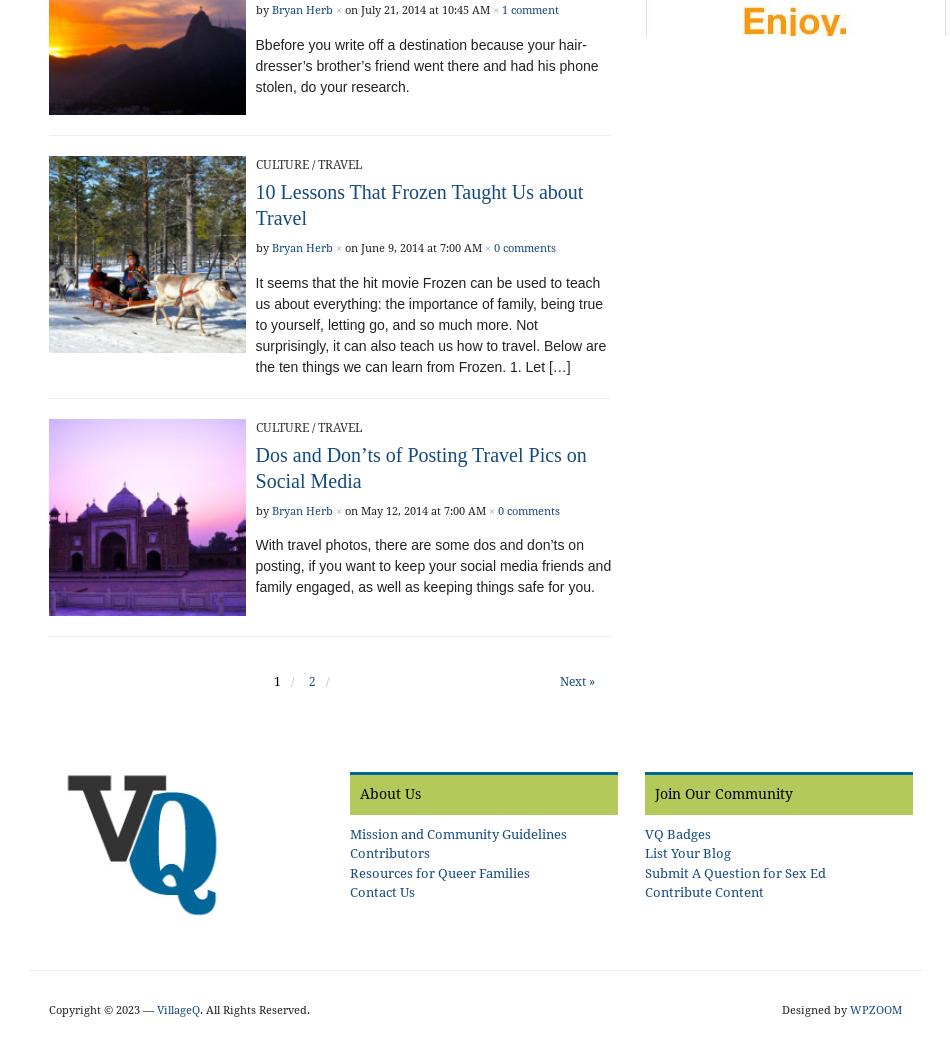 The image size is (950, 1053). I want to click on '2', so click(310, 680).